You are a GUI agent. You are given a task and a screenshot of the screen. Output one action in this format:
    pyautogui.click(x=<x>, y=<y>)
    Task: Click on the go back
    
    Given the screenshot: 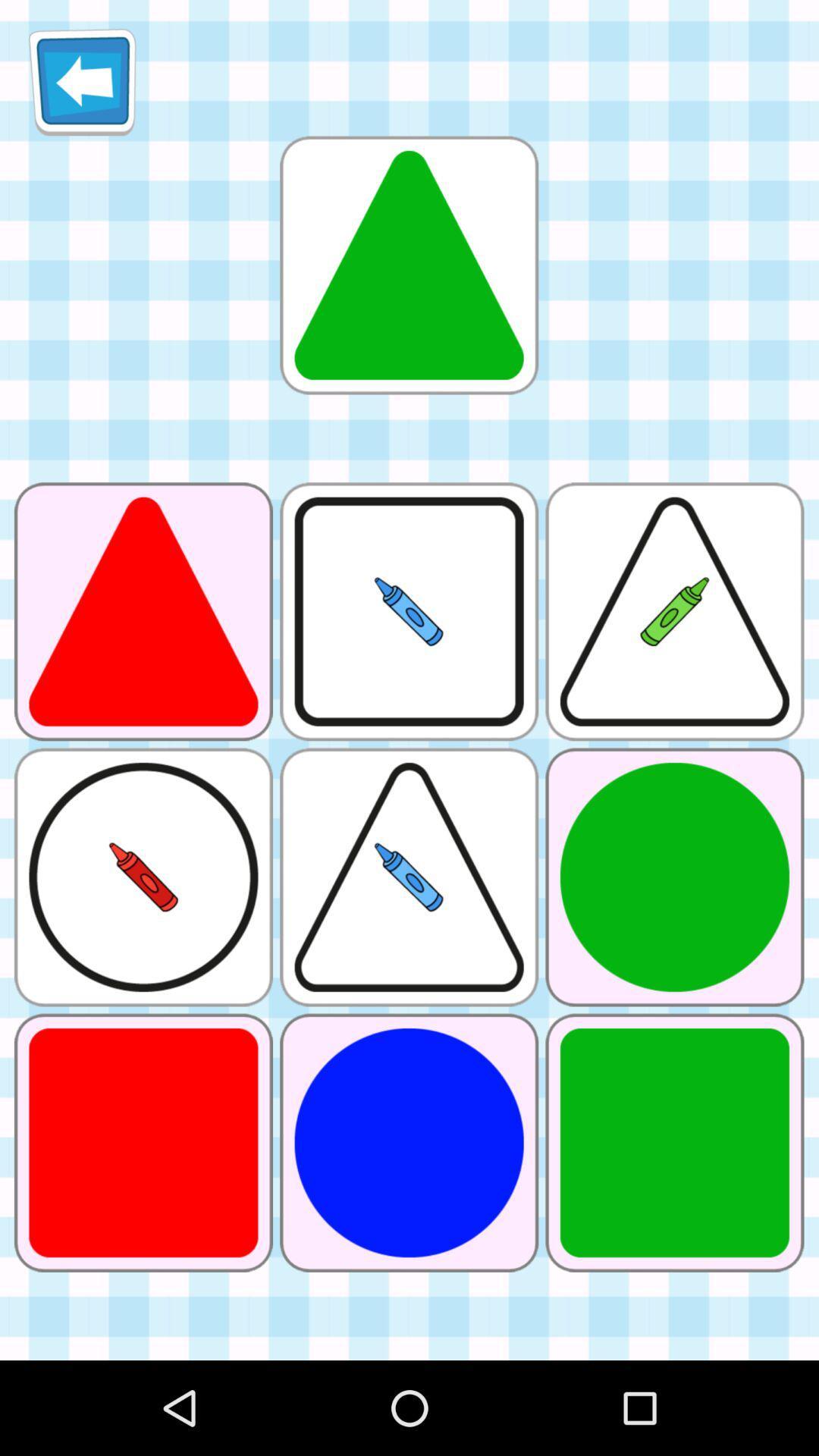 What is the action you would take?
    pyautogui.click(x=82, y=81)
    